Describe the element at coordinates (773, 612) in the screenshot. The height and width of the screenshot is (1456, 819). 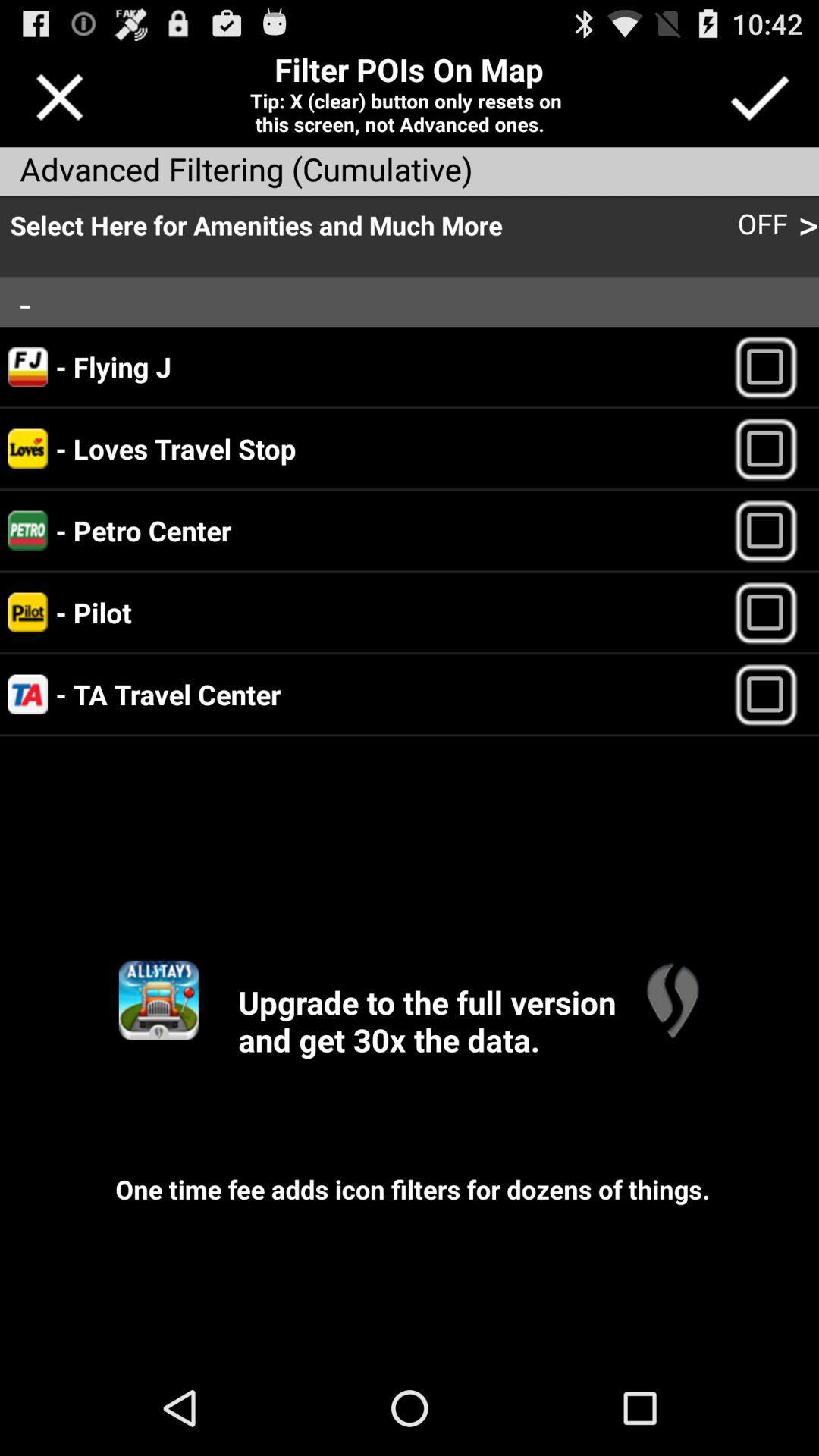
I see `check box on right` at that location.